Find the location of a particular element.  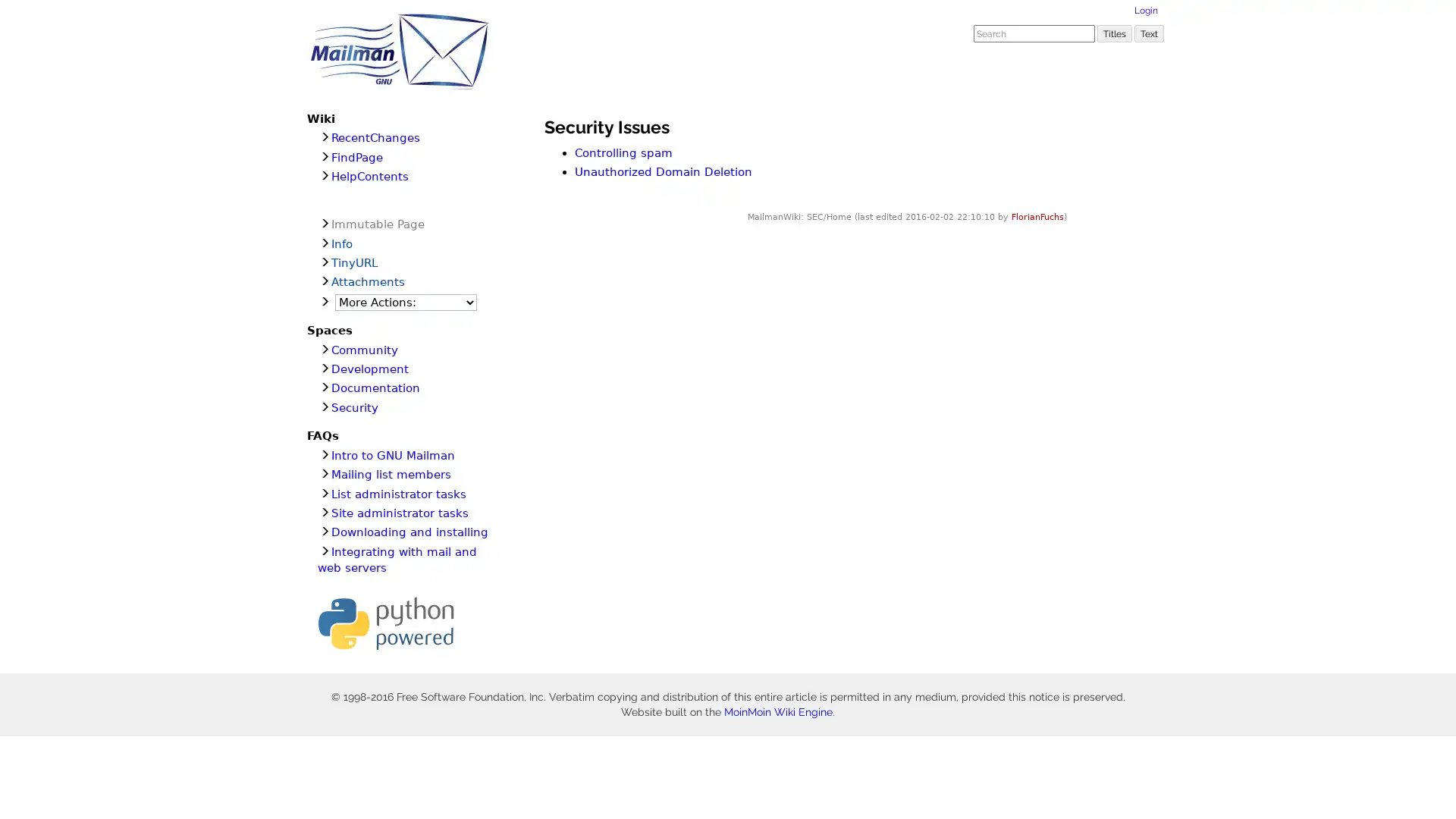

Titles is located at coordinates (1114, 33).